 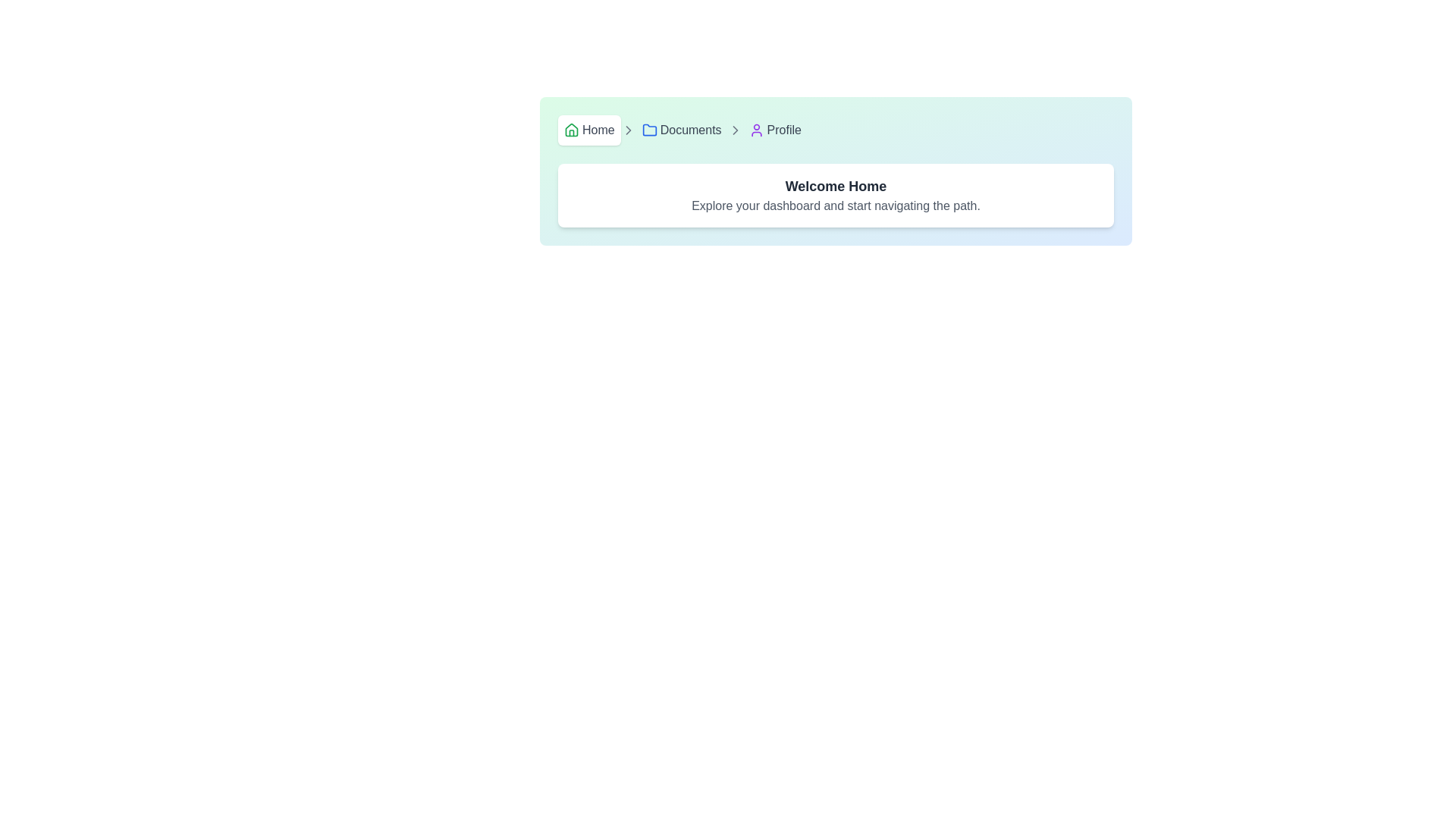 What do you see at coordinates (598, 130) in the screenshot?
I see `the 'Home' label in the navigation bar which indicates the current location and may redirect users to the homepage` at bounding box center [598, 130].